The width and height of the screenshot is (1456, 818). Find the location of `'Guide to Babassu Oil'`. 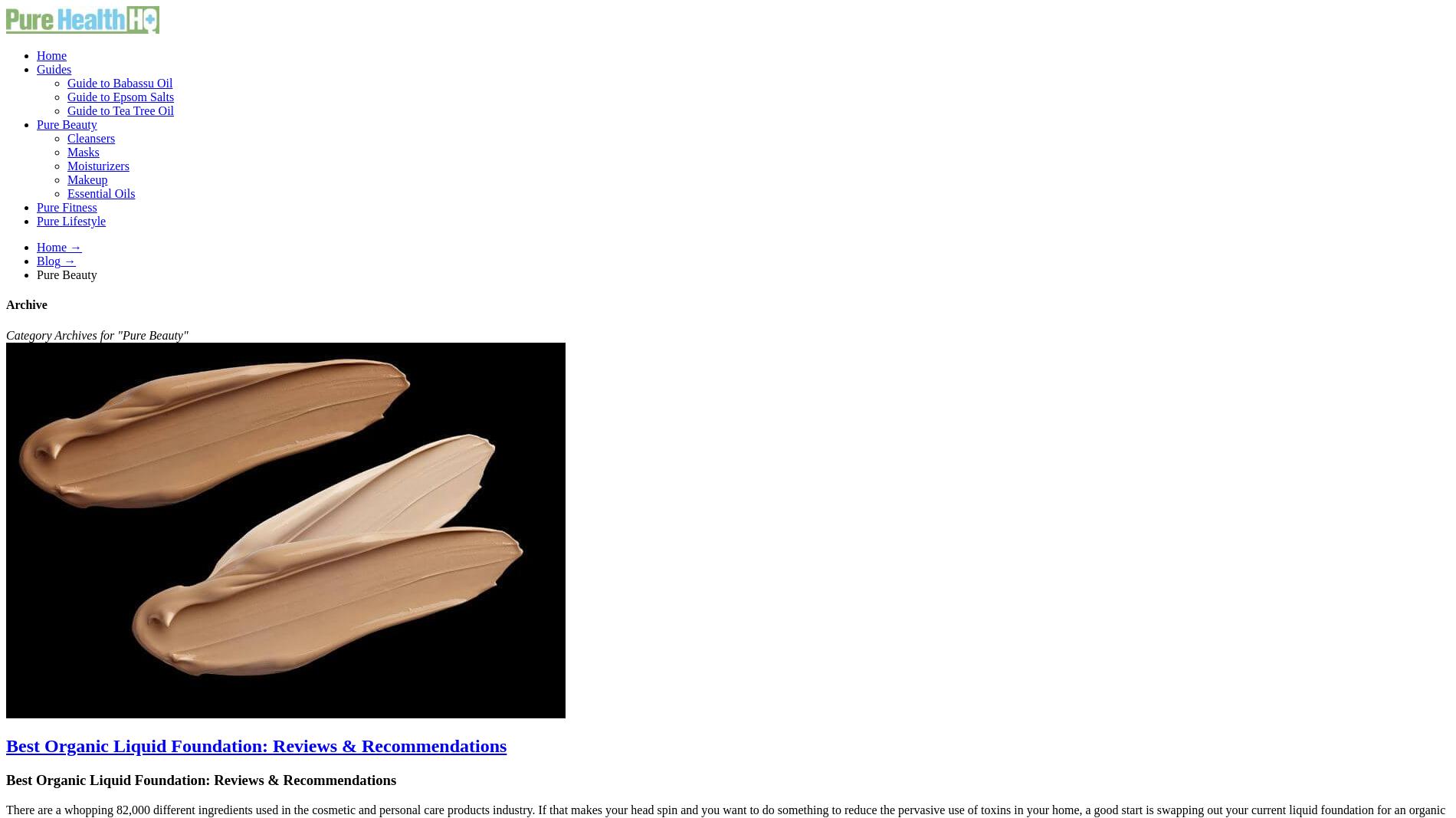

'Guide to Babassu Oil' is located at coordinates (120, 82).